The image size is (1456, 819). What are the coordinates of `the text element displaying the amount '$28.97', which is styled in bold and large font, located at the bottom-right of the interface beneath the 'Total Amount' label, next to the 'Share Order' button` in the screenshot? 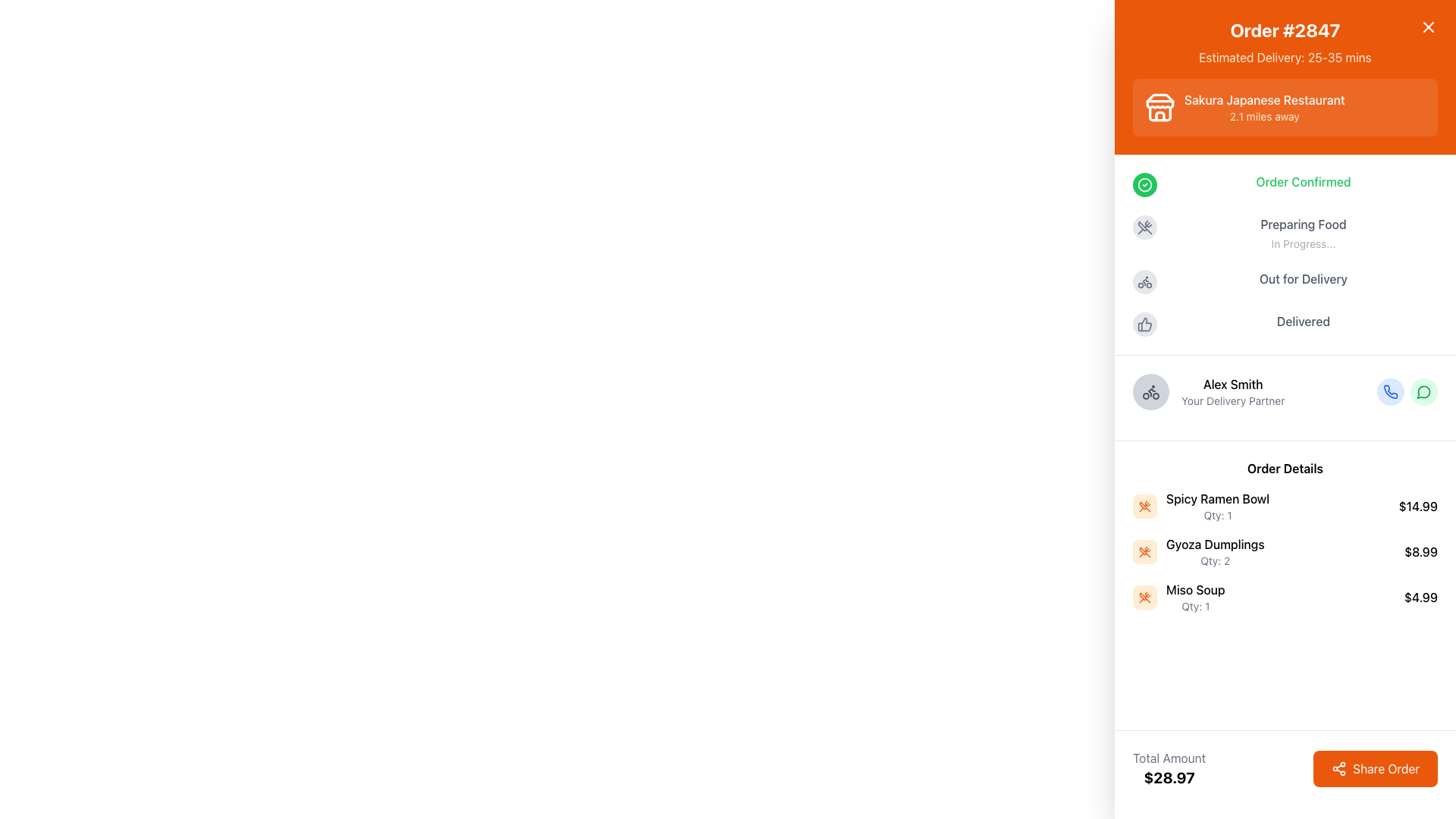 It's located at (1169, 778).